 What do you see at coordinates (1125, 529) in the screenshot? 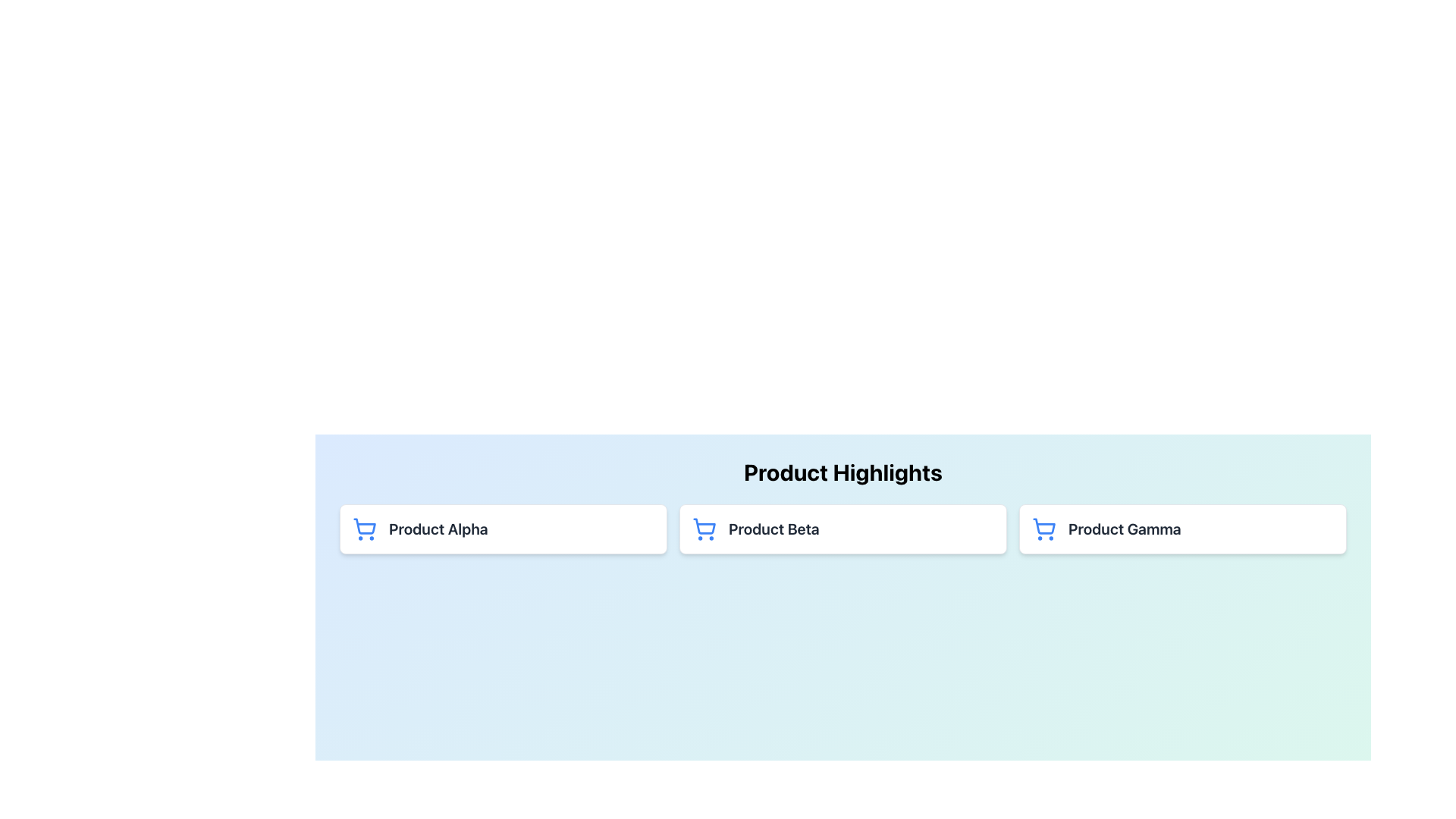
I see `text label displaying 'Product Gamma', which is the rightmost text label in a row of product descriptions within a card under 'Product Highlights'` at bounding box center [1125, 529].